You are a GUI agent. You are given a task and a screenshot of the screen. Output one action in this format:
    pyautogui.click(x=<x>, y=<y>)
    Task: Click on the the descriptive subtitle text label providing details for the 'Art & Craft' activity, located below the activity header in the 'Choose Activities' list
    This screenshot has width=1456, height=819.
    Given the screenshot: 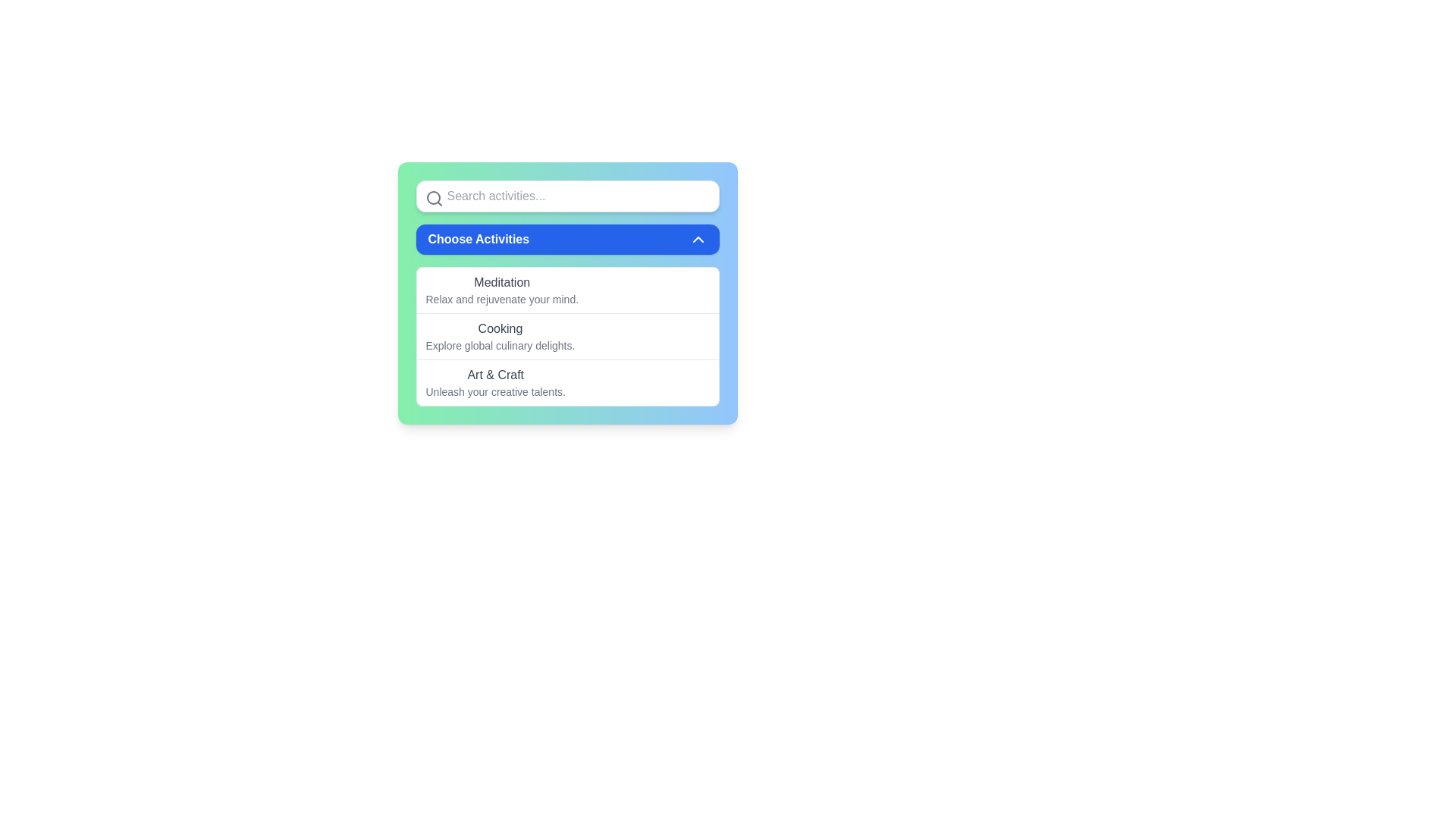 What is the action you would take?
    pyautogui.click(x=495, y=391)
    